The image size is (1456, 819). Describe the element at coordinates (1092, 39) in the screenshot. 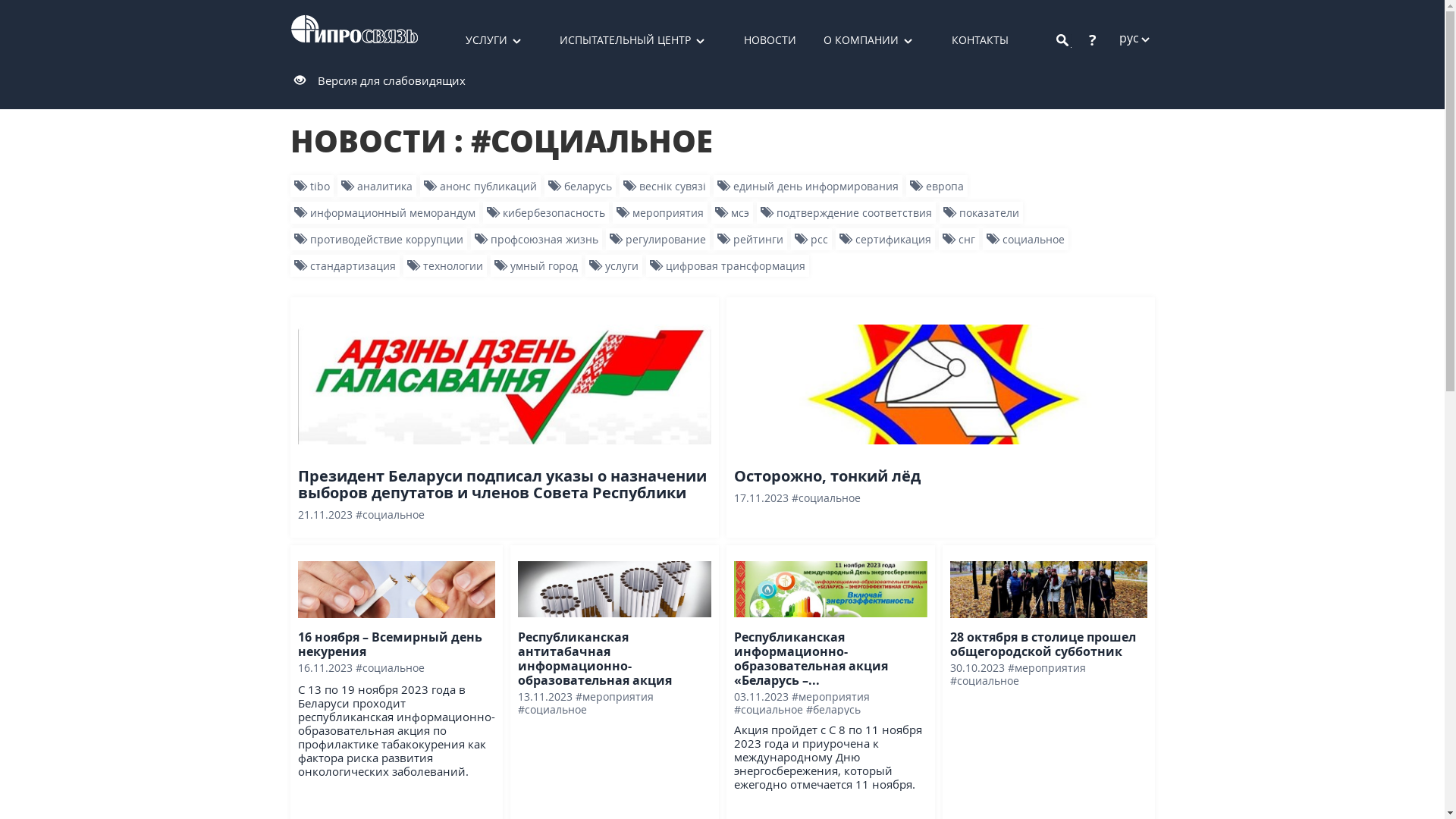

I see `'?'` at that location.